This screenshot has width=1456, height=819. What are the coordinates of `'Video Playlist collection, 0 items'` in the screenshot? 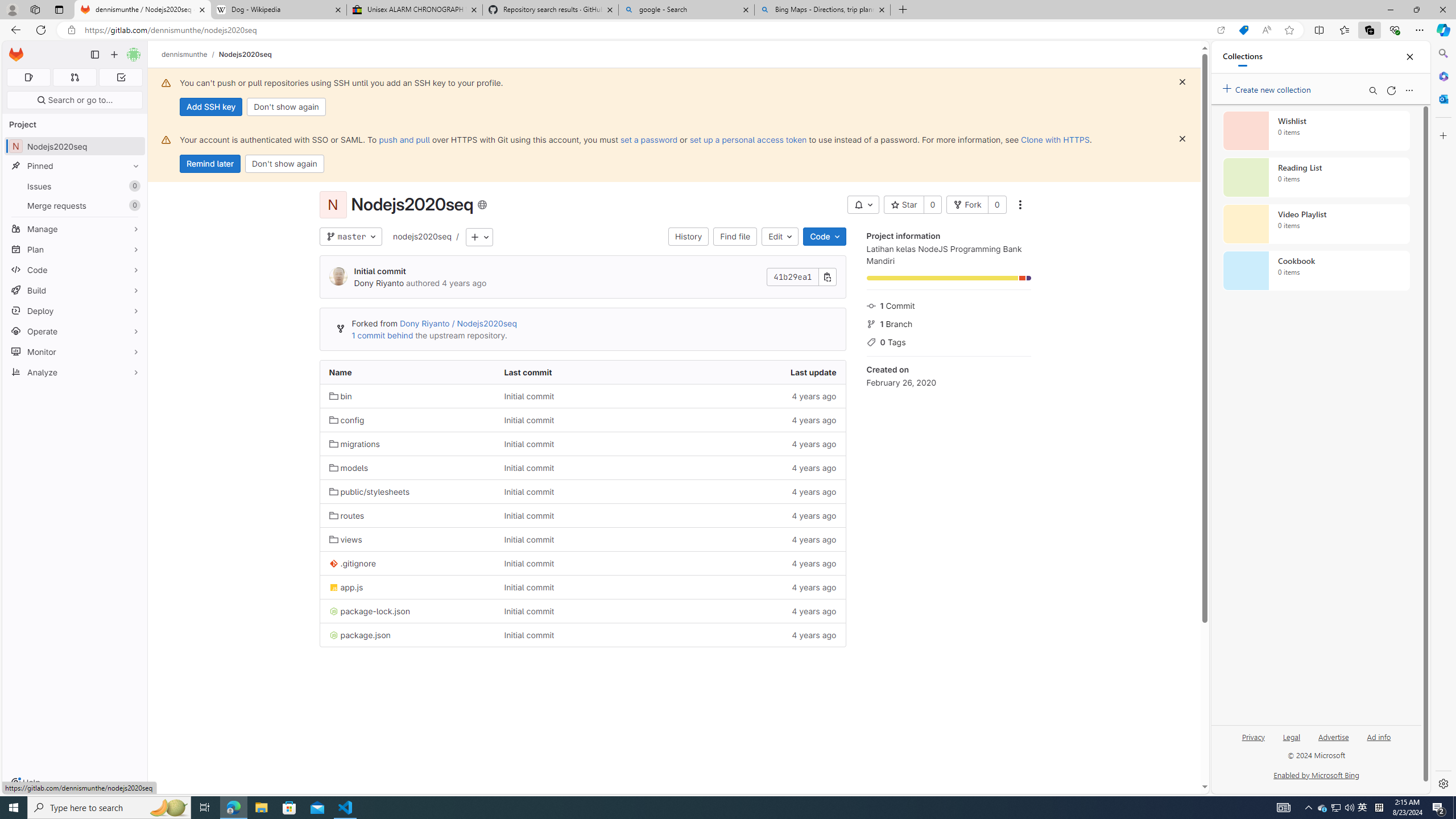 It's located at (1316, 223).